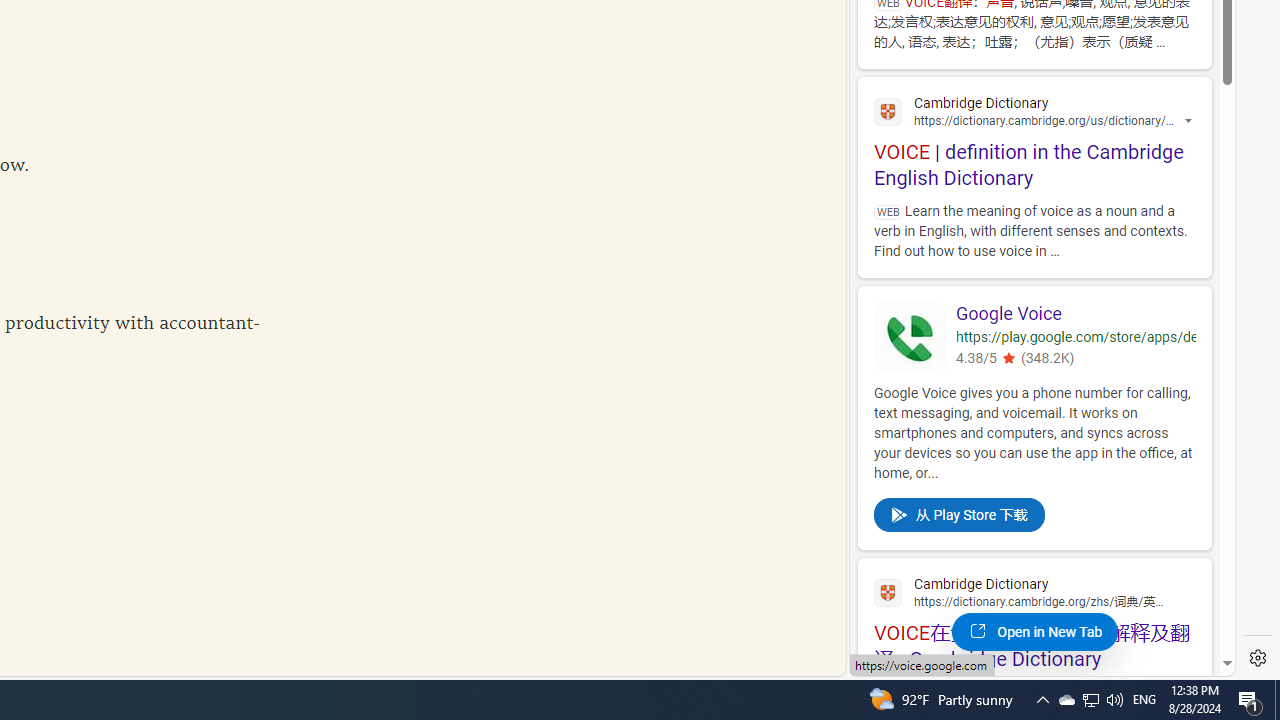 The width and height of the screenshot is (1280, 720). Describe the element at coordinates (1074, 360) in the screenshot. I see `'4.38/5(348.2K)'` at that location.